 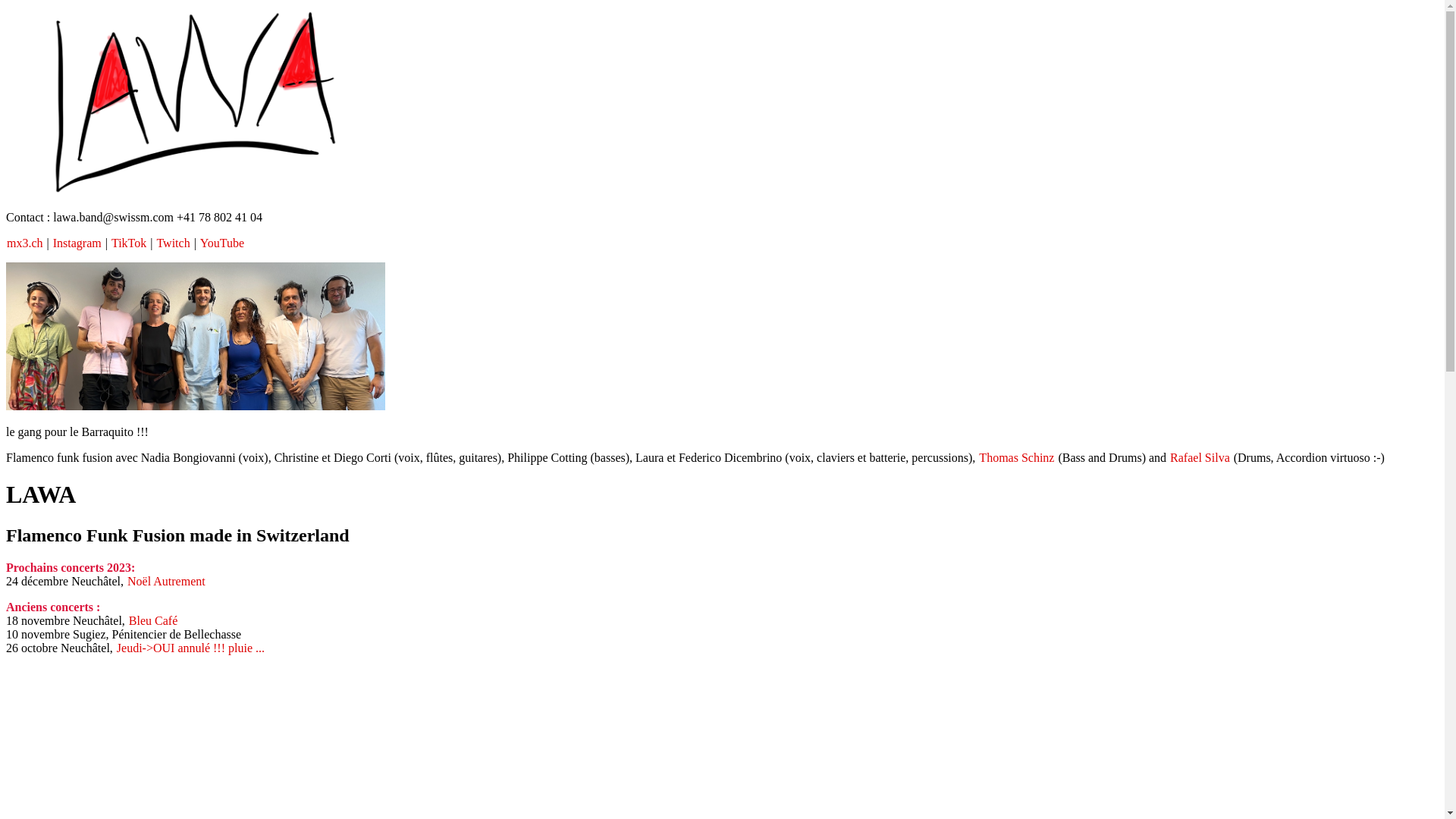 What do you see at coordinates (52, 241) in the screenshot?
I see `'Instagram'` at bounding box center [52, 241].